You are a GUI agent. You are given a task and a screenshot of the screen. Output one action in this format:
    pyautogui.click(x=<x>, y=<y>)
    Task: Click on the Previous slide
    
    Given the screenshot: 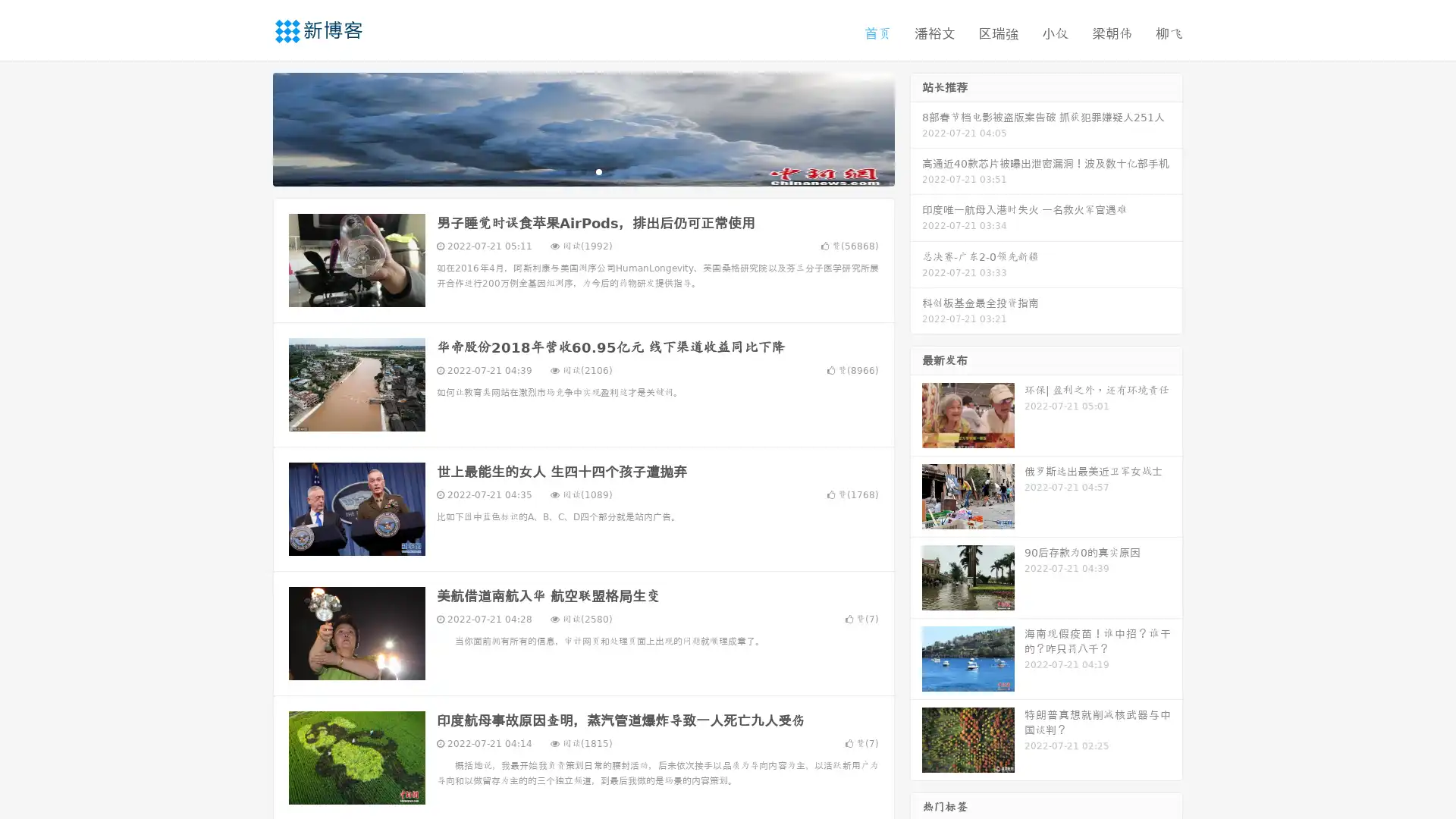 What is the action you would take?
    pyautogui.click(x=250, y=127)
    